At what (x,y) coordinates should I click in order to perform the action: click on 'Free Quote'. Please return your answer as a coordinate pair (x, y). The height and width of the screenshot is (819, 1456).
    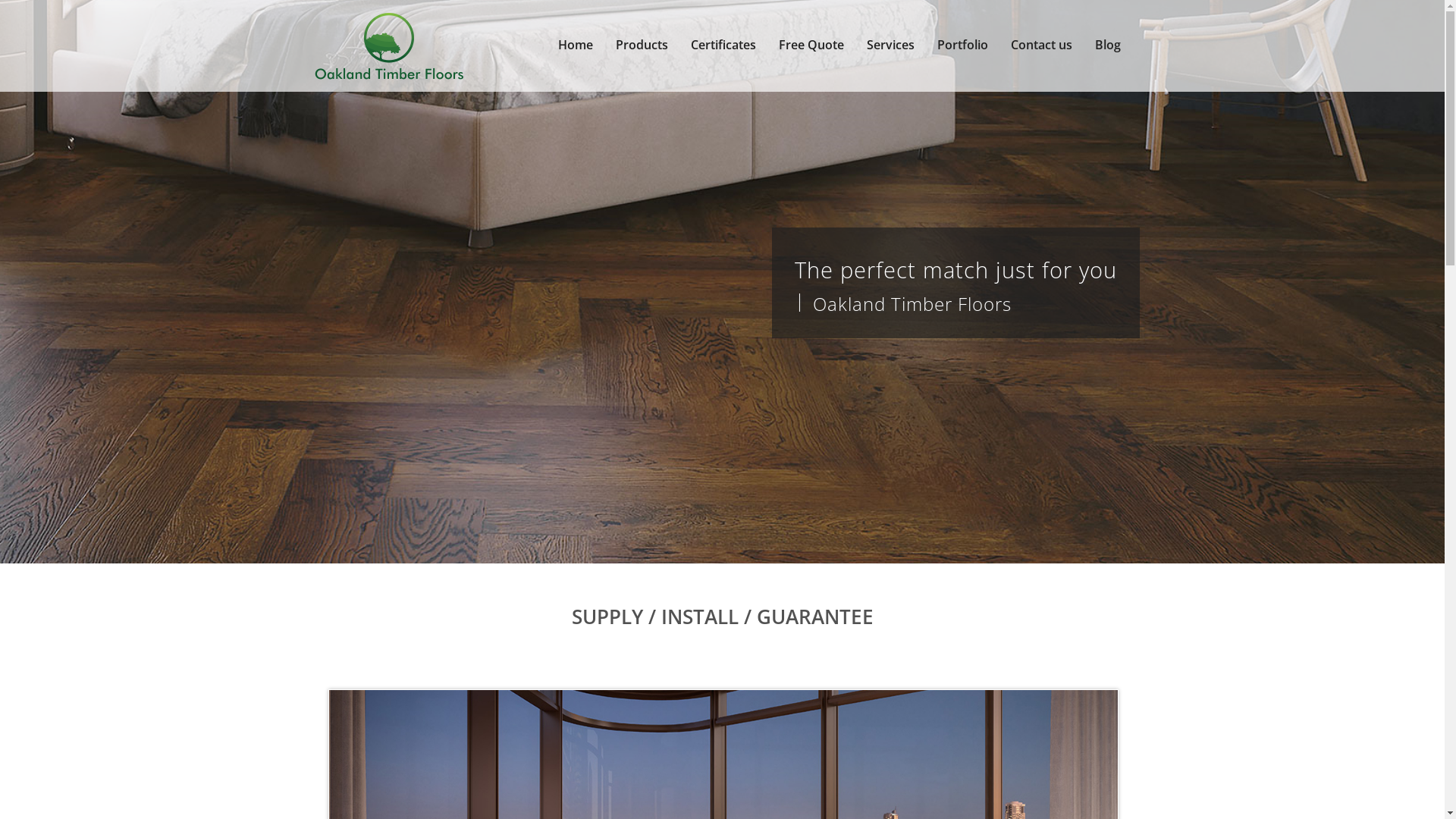
    Looking at the image, I should click on (811, 45).